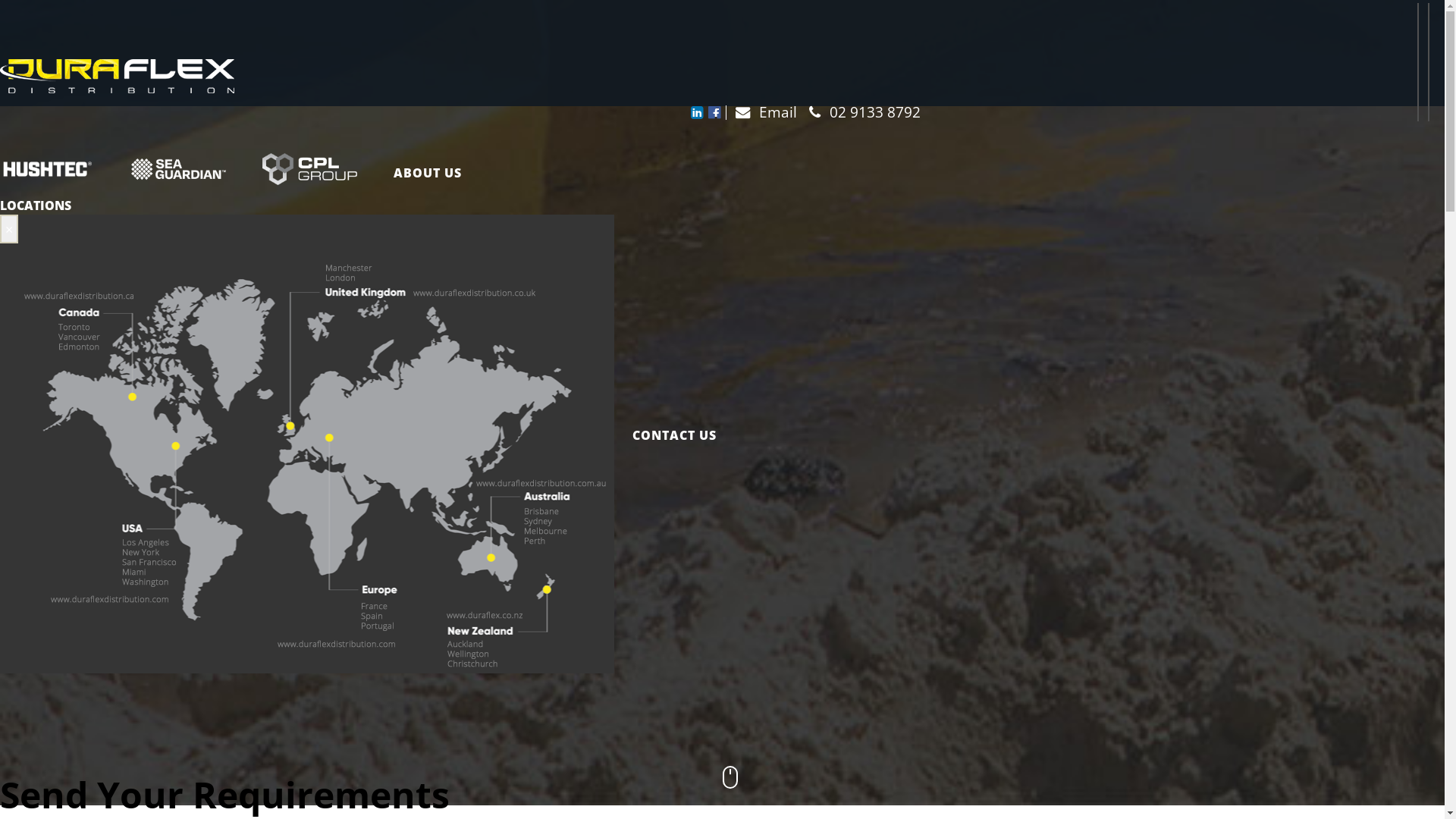 This screenshot has height=819, width=1456. Describe the element at coordinates (761, 111) in the screenshot. I see `'Email'` at that location.